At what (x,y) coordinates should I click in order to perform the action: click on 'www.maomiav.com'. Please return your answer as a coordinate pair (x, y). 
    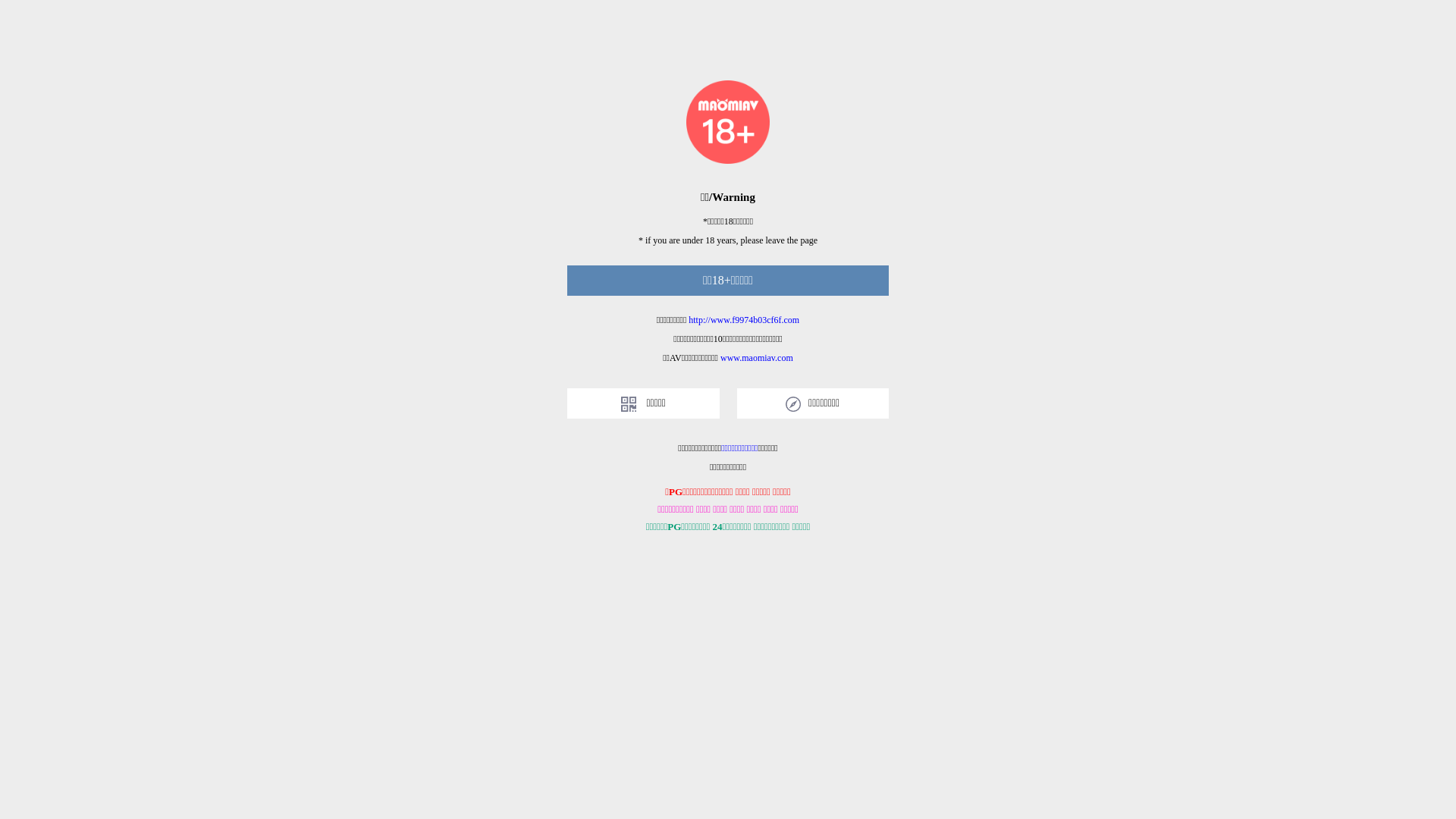
    Looking at the image, I should click on (757, 357).